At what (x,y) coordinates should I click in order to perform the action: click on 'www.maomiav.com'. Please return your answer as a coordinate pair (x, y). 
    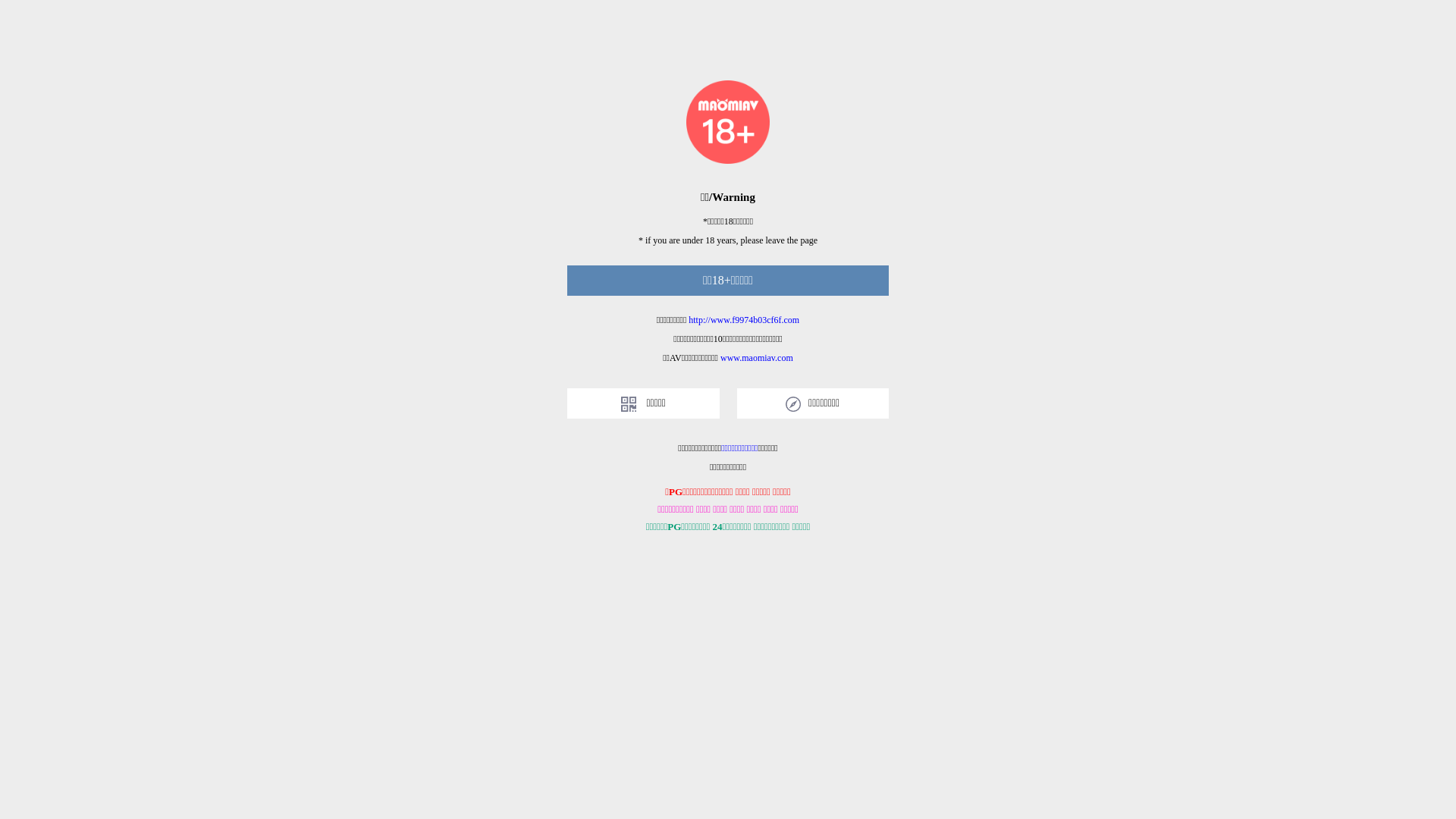
    Looking at the image, I should click on (757, 357).